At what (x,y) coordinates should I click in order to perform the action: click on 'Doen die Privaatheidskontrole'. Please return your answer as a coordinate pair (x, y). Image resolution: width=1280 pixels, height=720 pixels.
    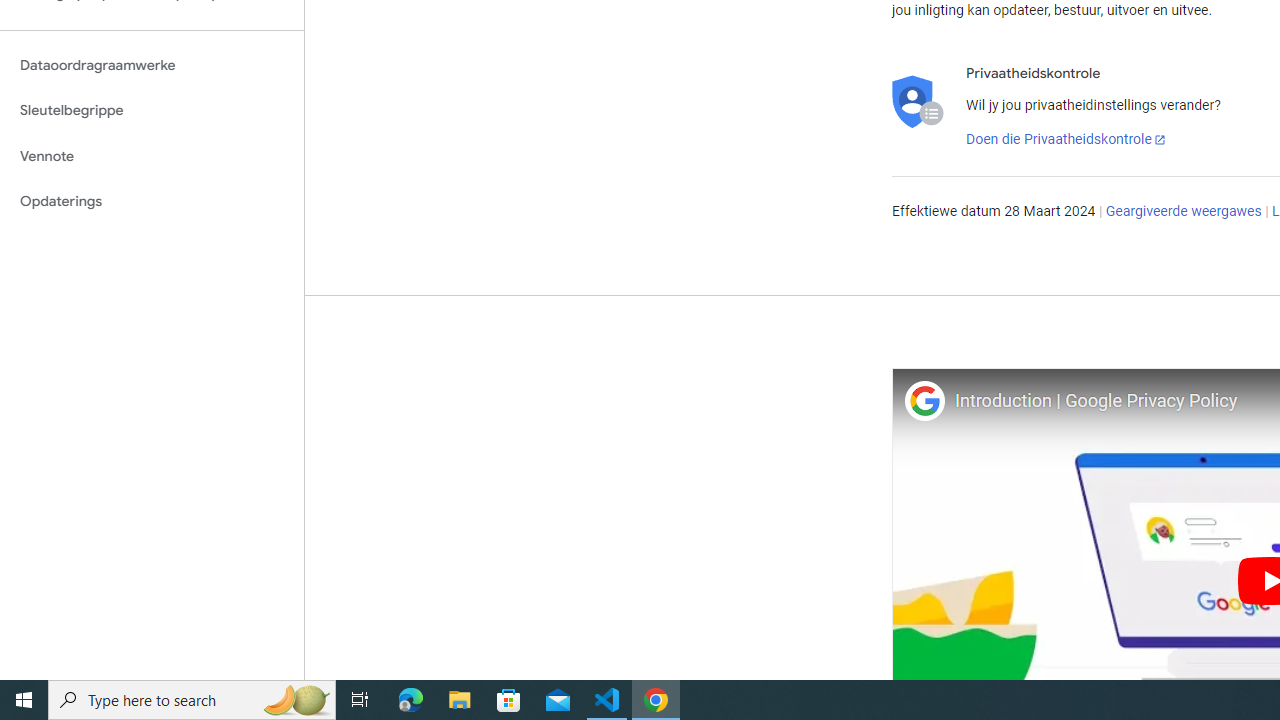
    Looking at the image, I should click on (1065, 139).